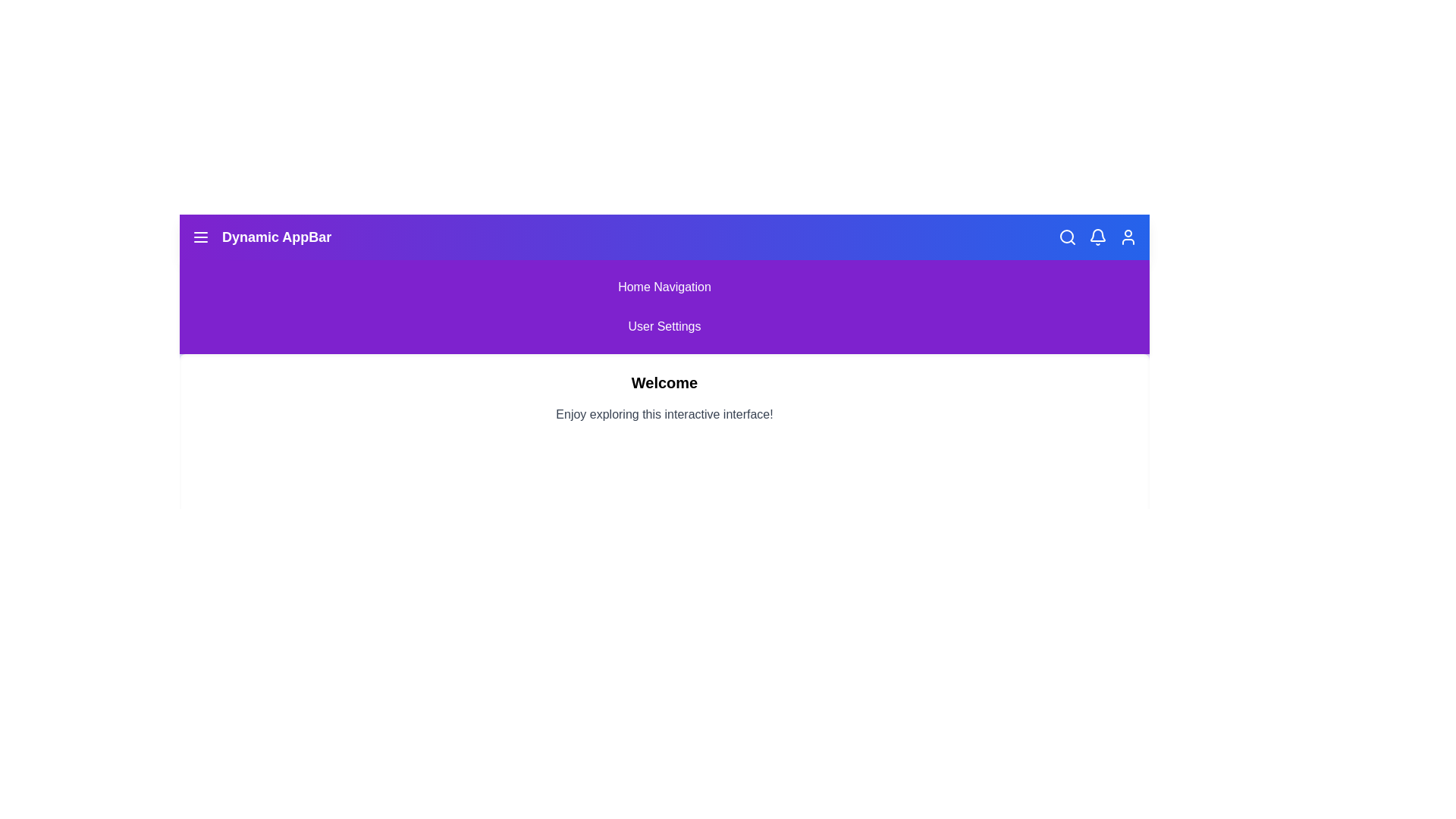 The width and height of the screenshot is (1456, 819). What do you see at coordinates (664, 287) in the screenshot?
I see `the 'Home Navigation' item in the side menu` at bounding box center [664, 287].